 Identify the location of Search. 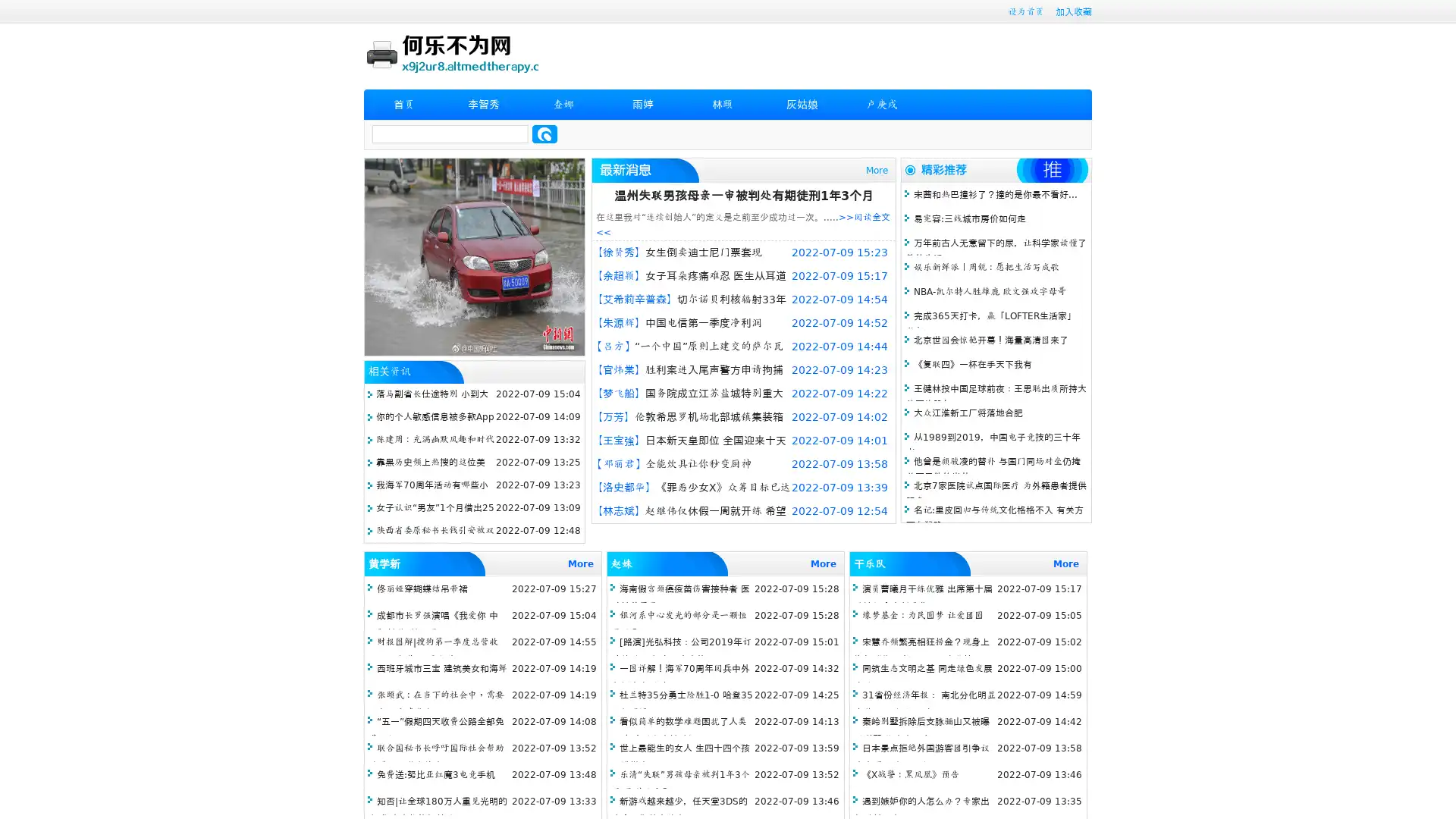
(544, 133).